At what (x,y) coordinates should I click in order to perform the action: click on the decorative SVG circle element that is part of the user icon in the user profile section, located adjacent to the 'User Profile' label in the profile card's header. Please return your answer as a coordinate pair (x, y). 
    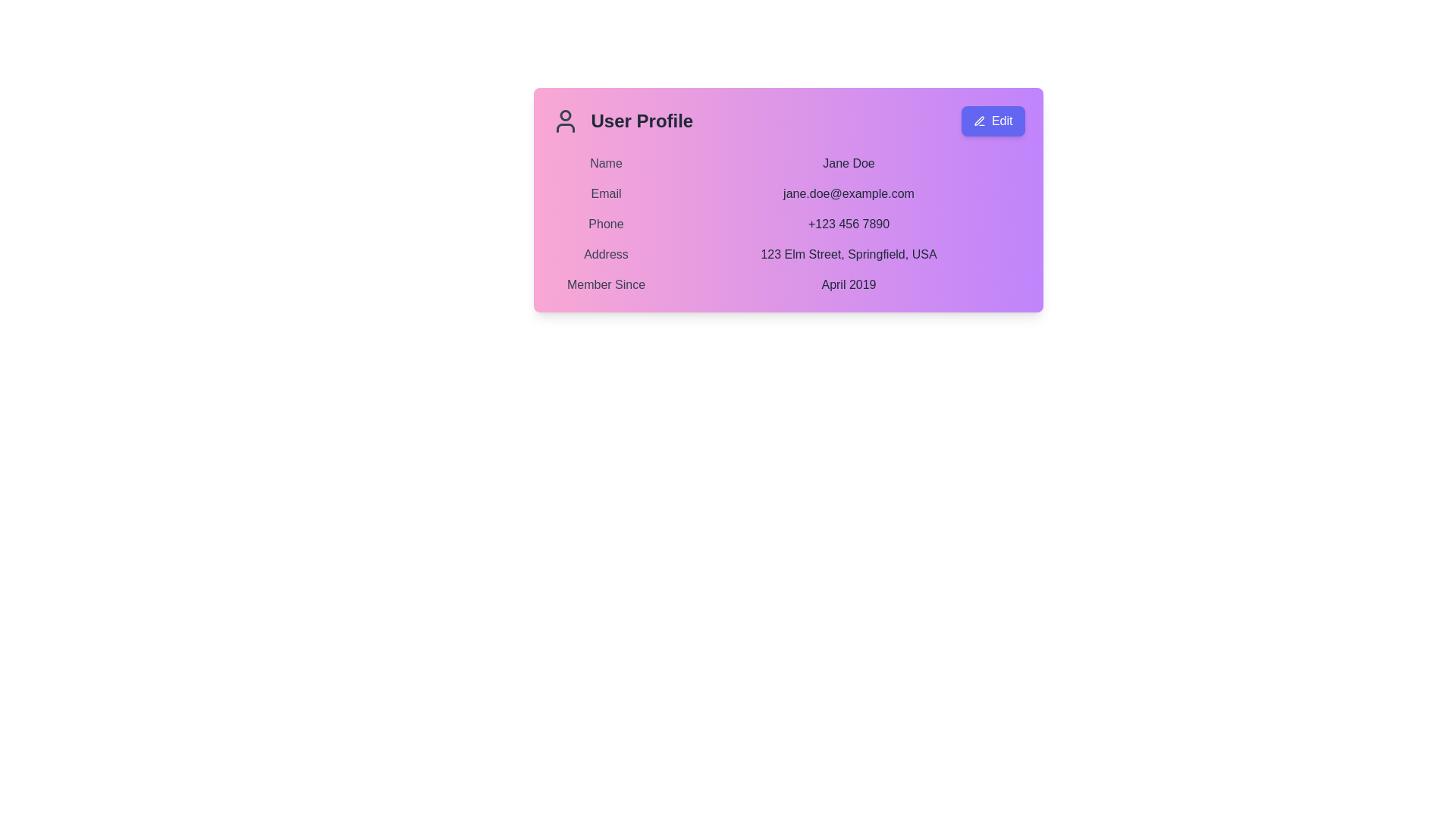
    Looking at the image, I should click on (564, 115).